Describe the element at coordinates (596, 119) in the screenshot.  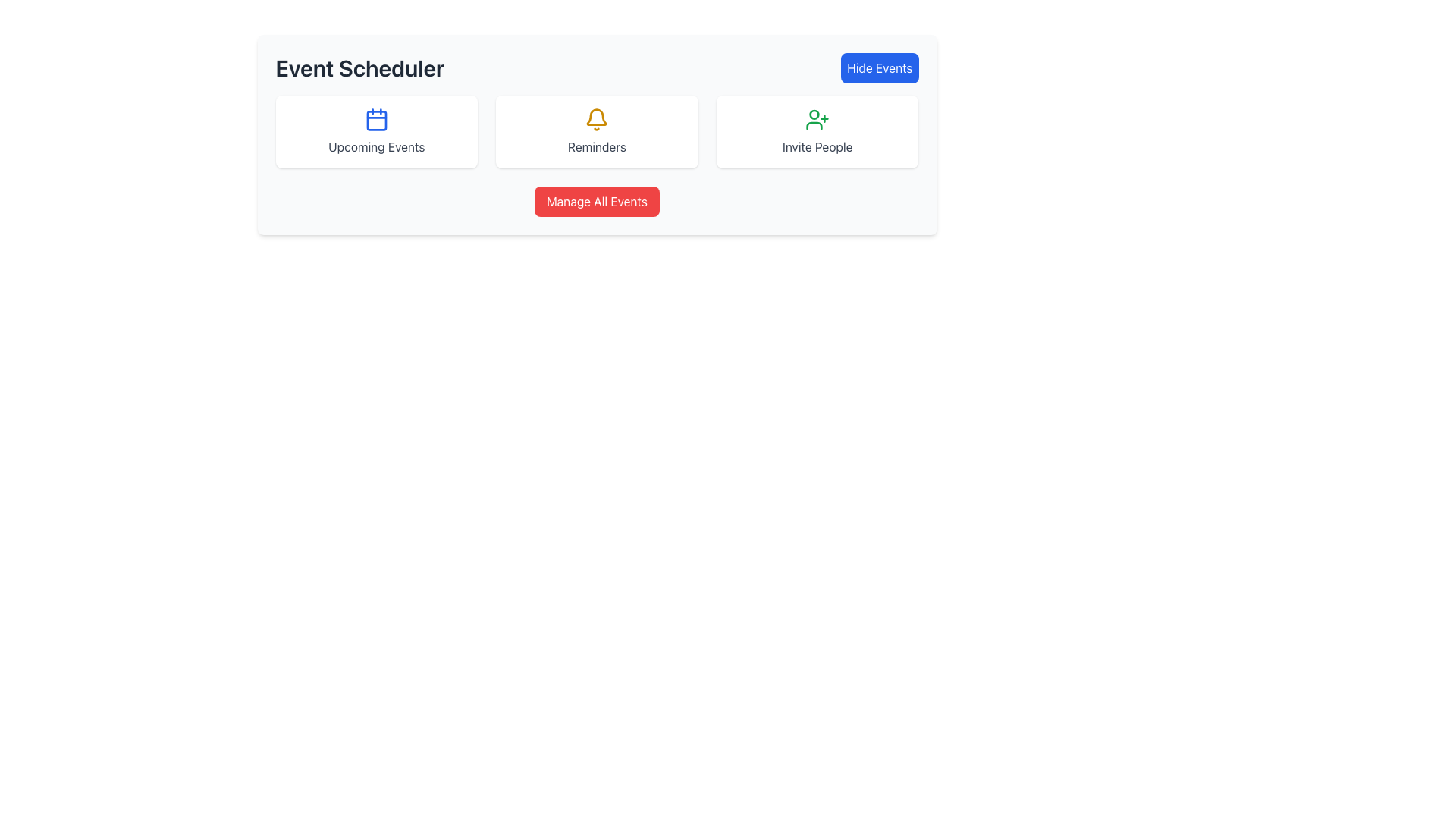
I see `the yellow bell icon that indicates alerts or reminders, located above the 'Reminders' label` at that location.